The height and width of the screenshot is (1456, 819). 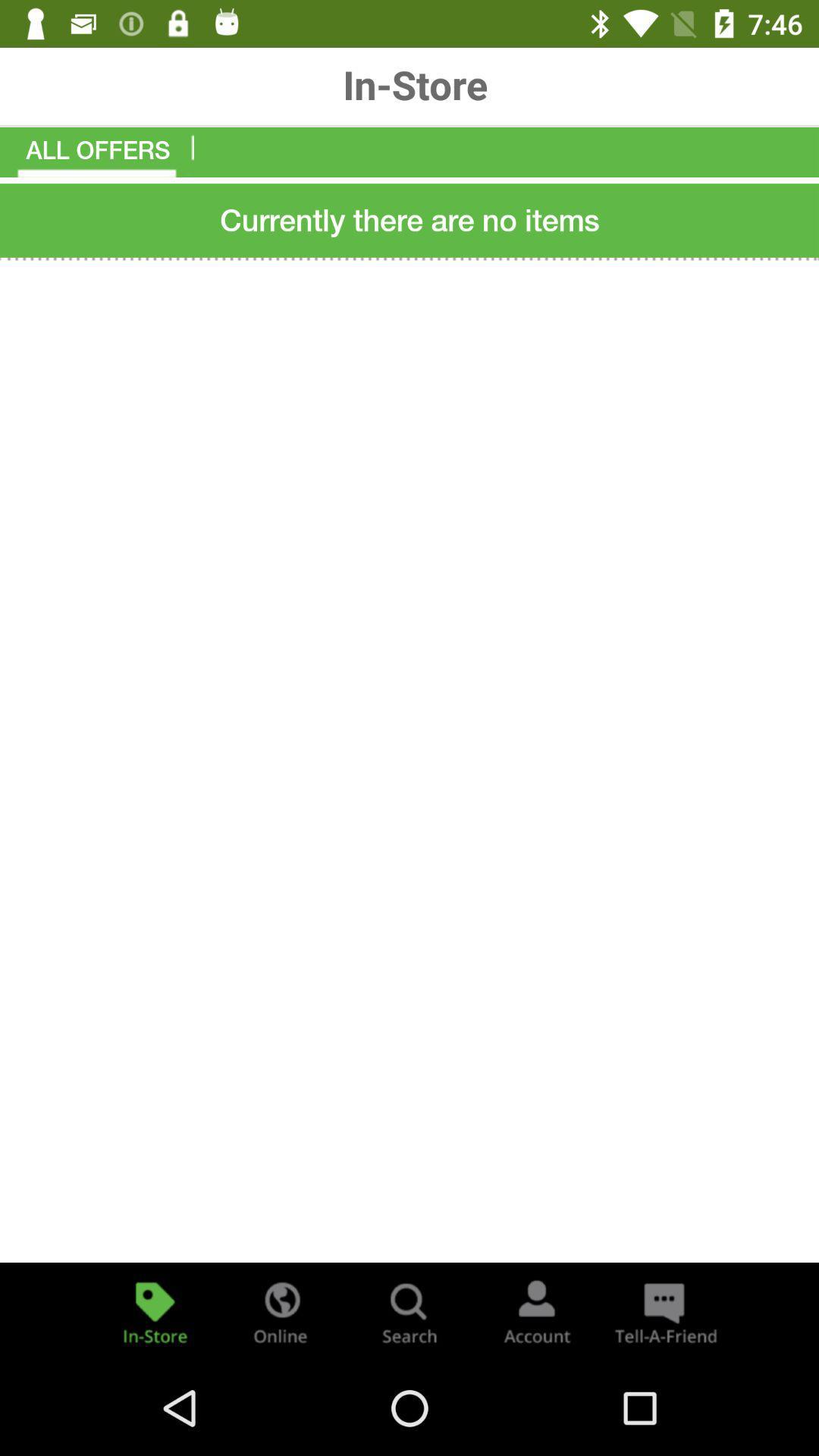 I want to click on in store, so click(x=155, y=1310).